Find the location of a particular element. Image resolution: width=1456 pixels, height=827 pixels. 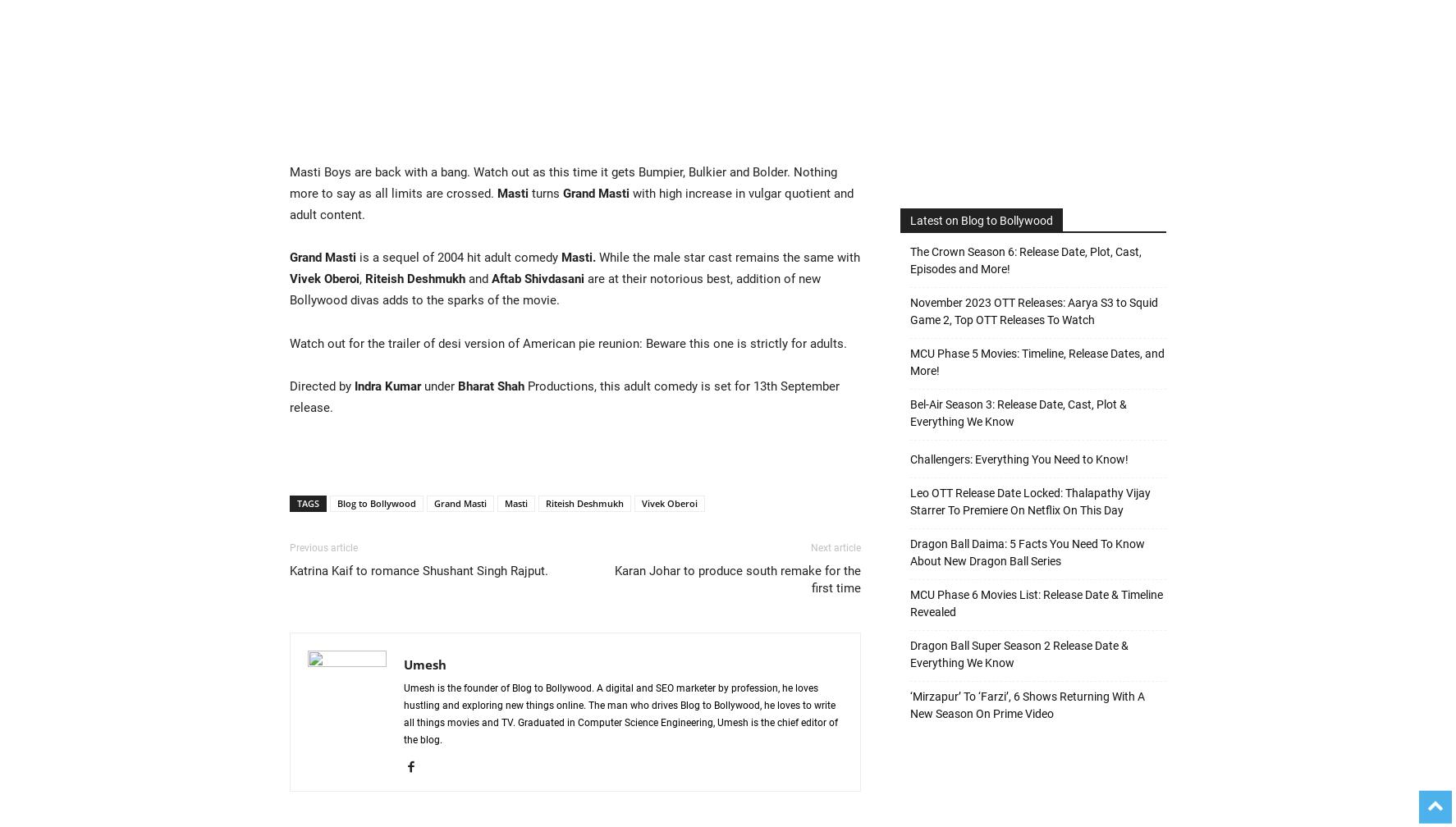

'Indra Kumar' is located at coordinates (387, 386).